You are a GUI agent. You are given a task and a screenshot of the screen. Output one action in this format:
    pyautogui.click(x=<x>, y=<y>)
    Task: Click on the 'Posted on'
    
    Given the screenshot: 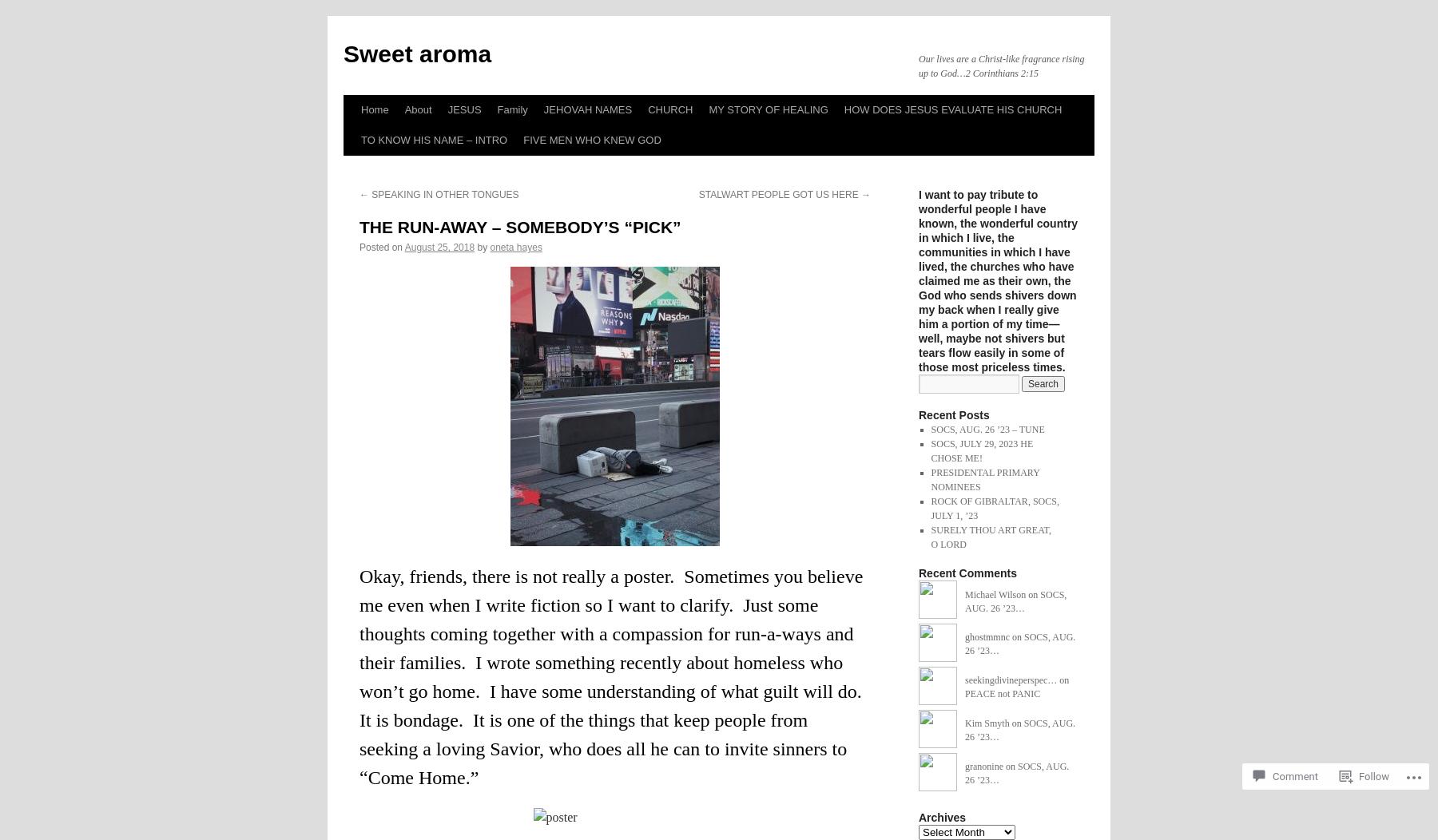 What is the action you would take?
    pyautogui.click(x=359, y=247)
    